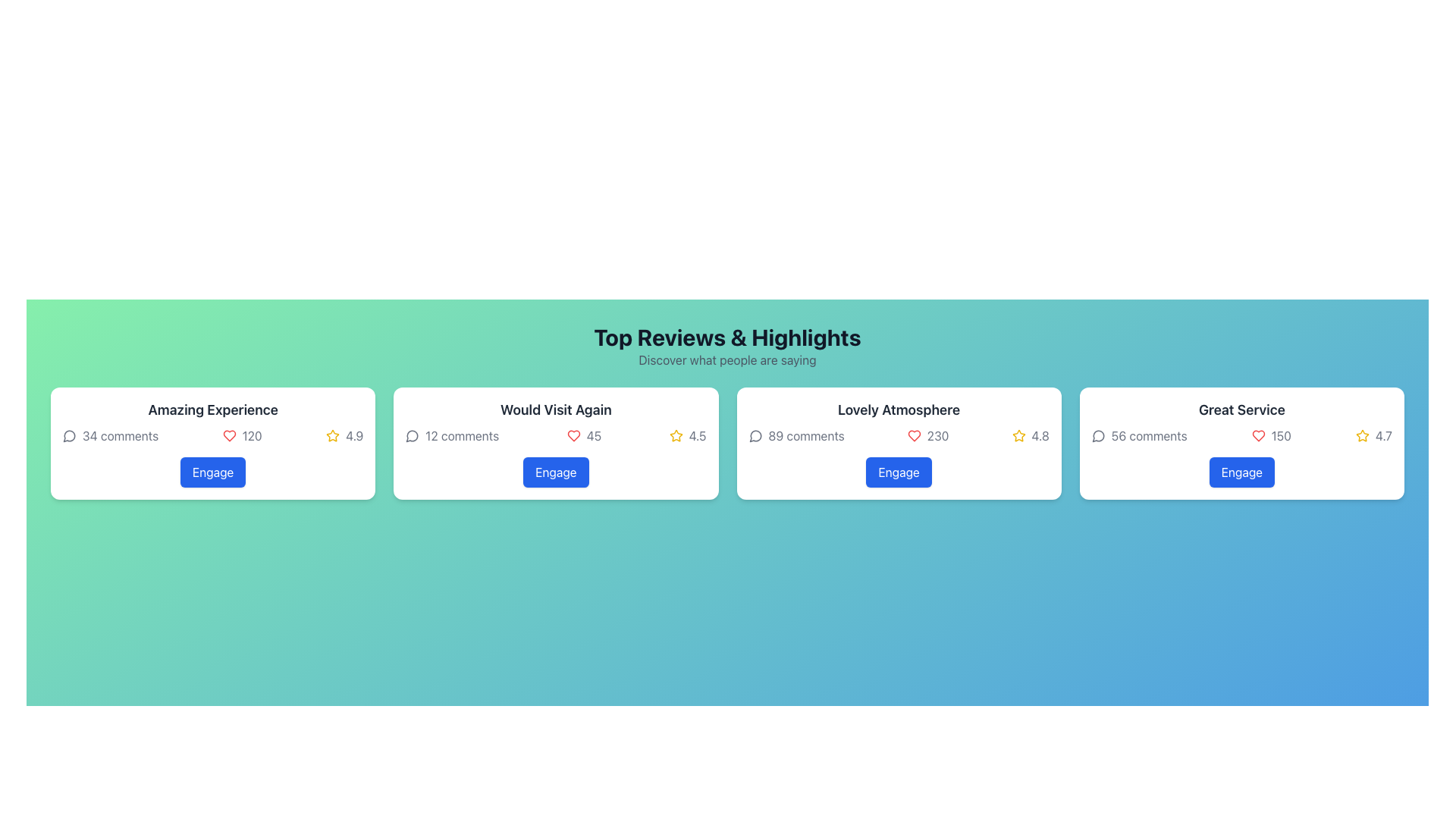 Image resolution: width=1456 pixels, height=819 pixels. What do you see at coordinates (212, 444) in the screenshot?
I see `the first card component in the grid` at bounding box center [212, 444].